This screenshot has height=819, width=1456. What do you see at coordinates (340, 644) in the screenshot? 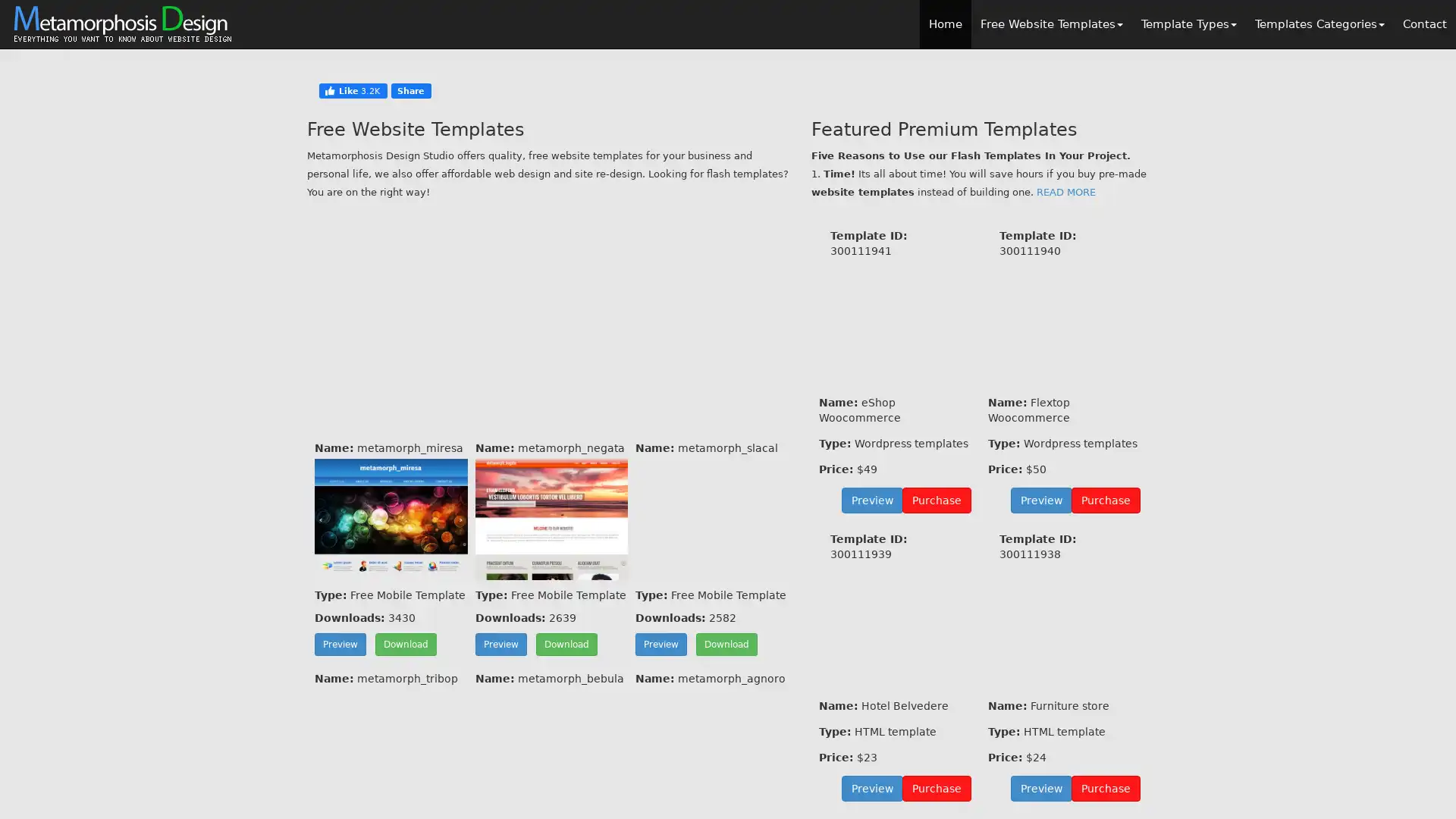
I see `Preview` at bounding box center [340, 644].